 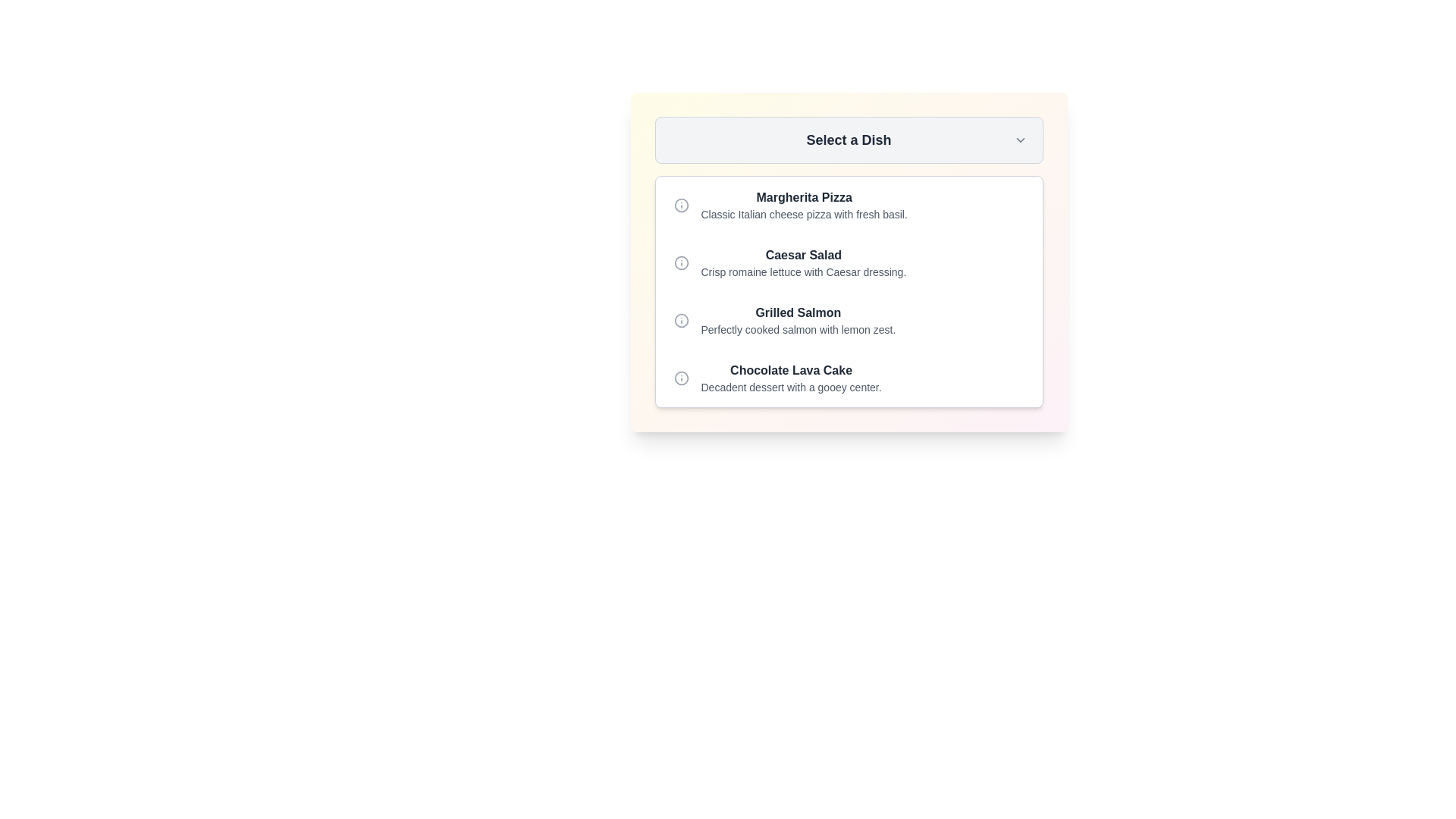 I want to click on supplementary text description below the 'Margherita Pizza' option in the menu, so click(x=803, y=214).